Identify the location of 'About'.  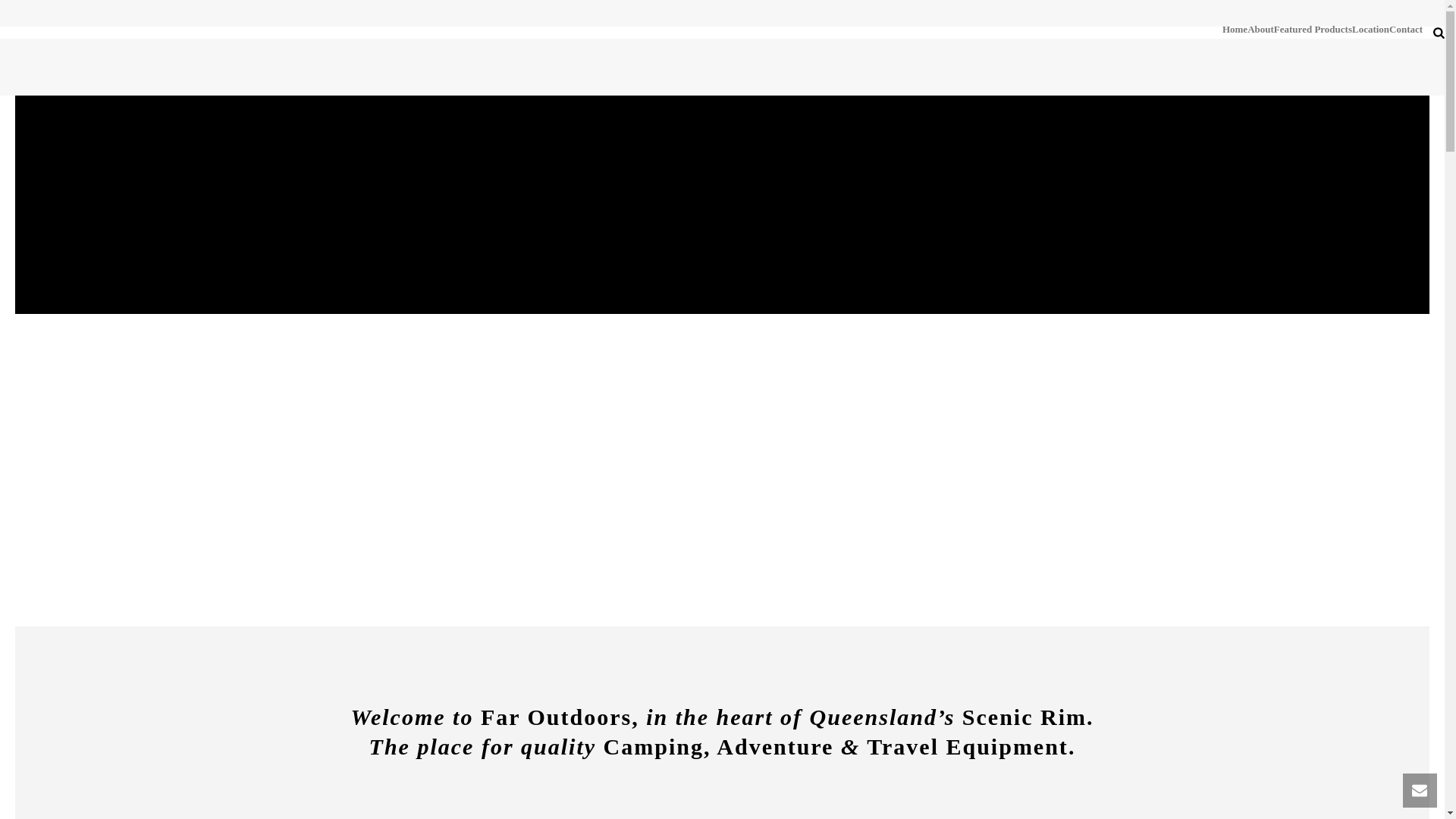
(1260, 29).